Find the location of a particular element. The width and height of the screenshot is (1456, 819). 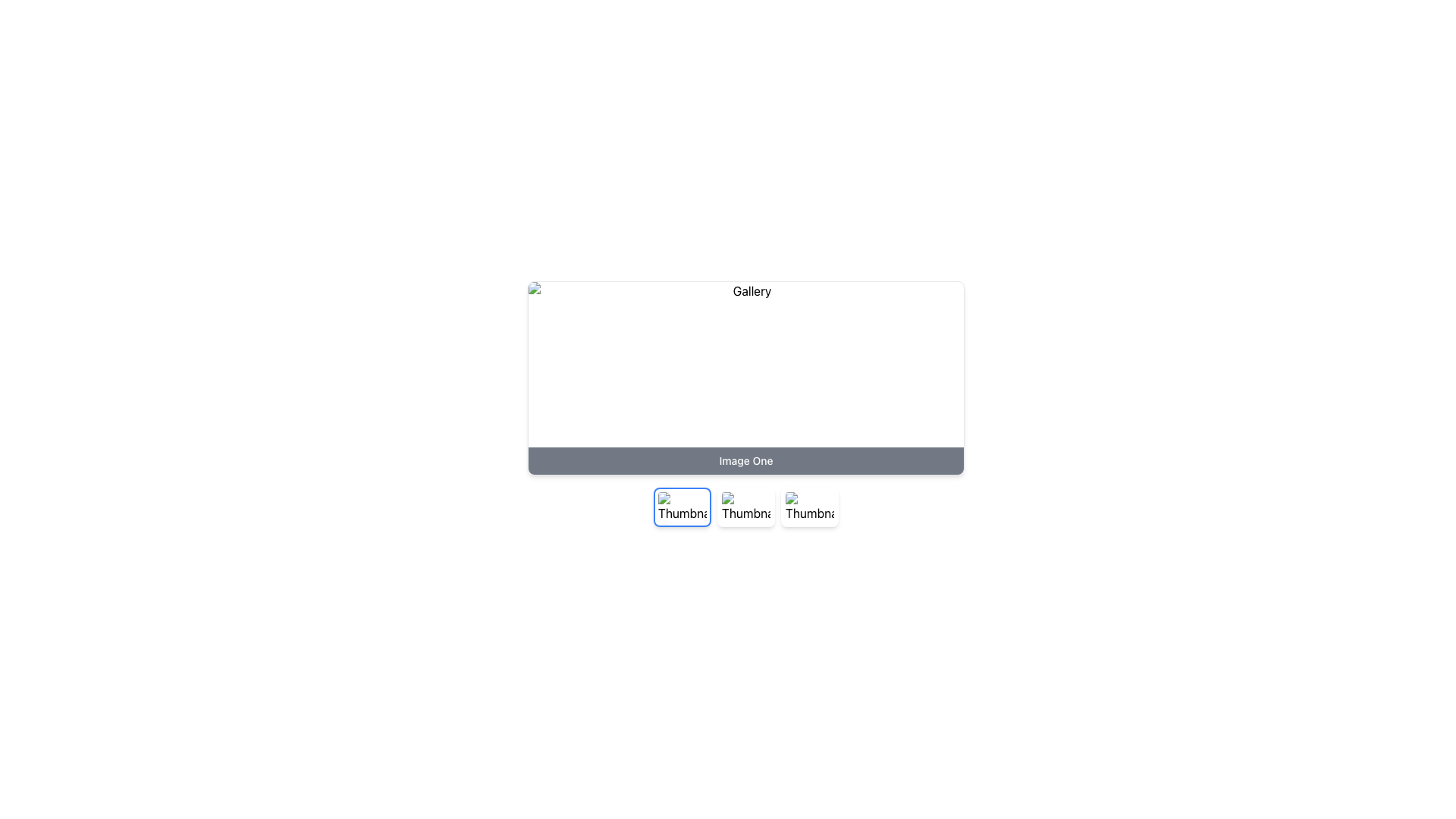

displayed text from the footer-like Text Label with a gray background that shows 'Image One' in white, centered and bold is located at coordinates (745, 460).